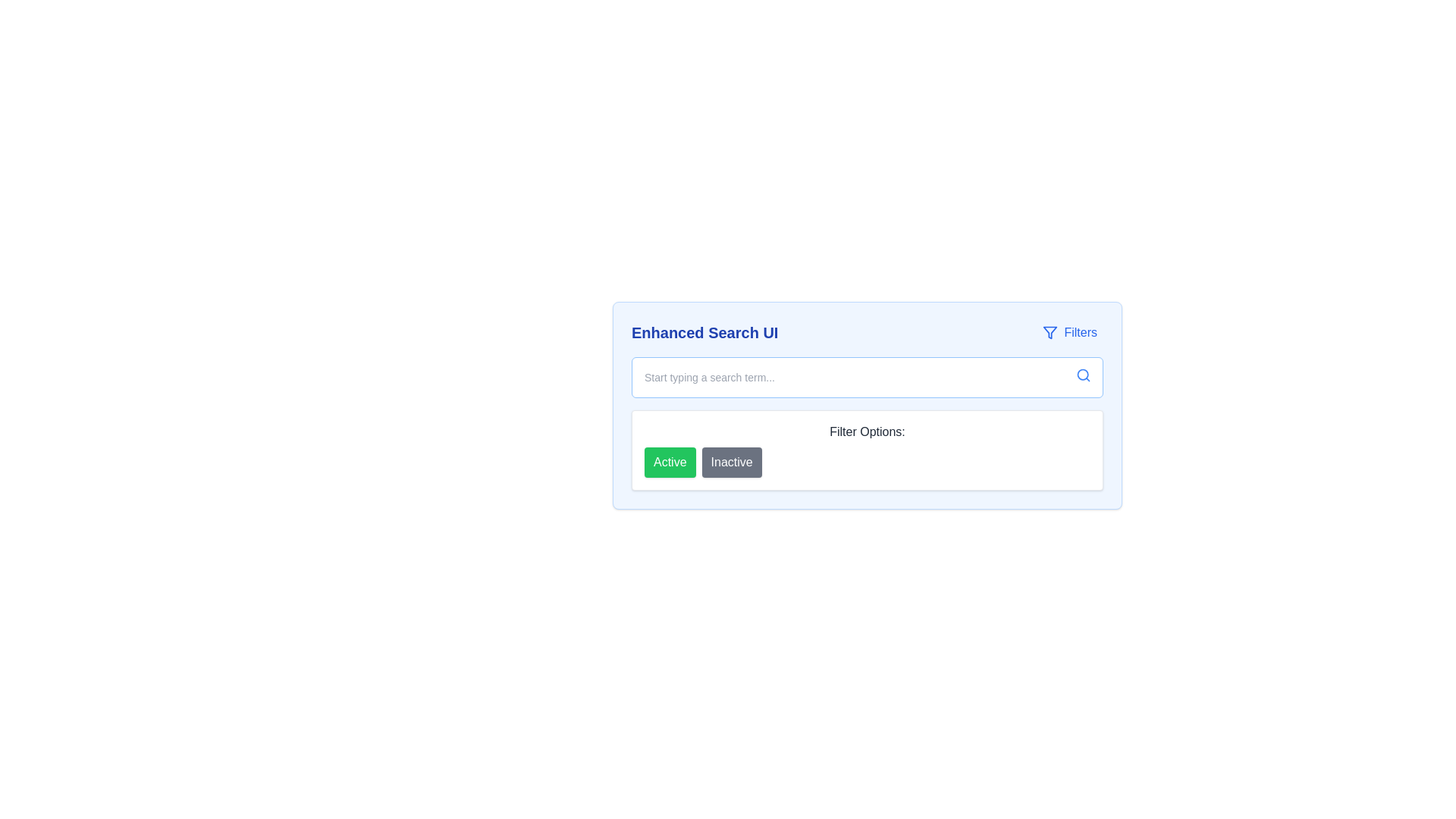 This screenshot has height=819, width=1456. What do you see at coordinates (1050, 332) in the screenshot?
I see `the triangular funnel icon located in the top-right corner of the 'Enhanced Search UI' card` at bounding box center [1050, 332].